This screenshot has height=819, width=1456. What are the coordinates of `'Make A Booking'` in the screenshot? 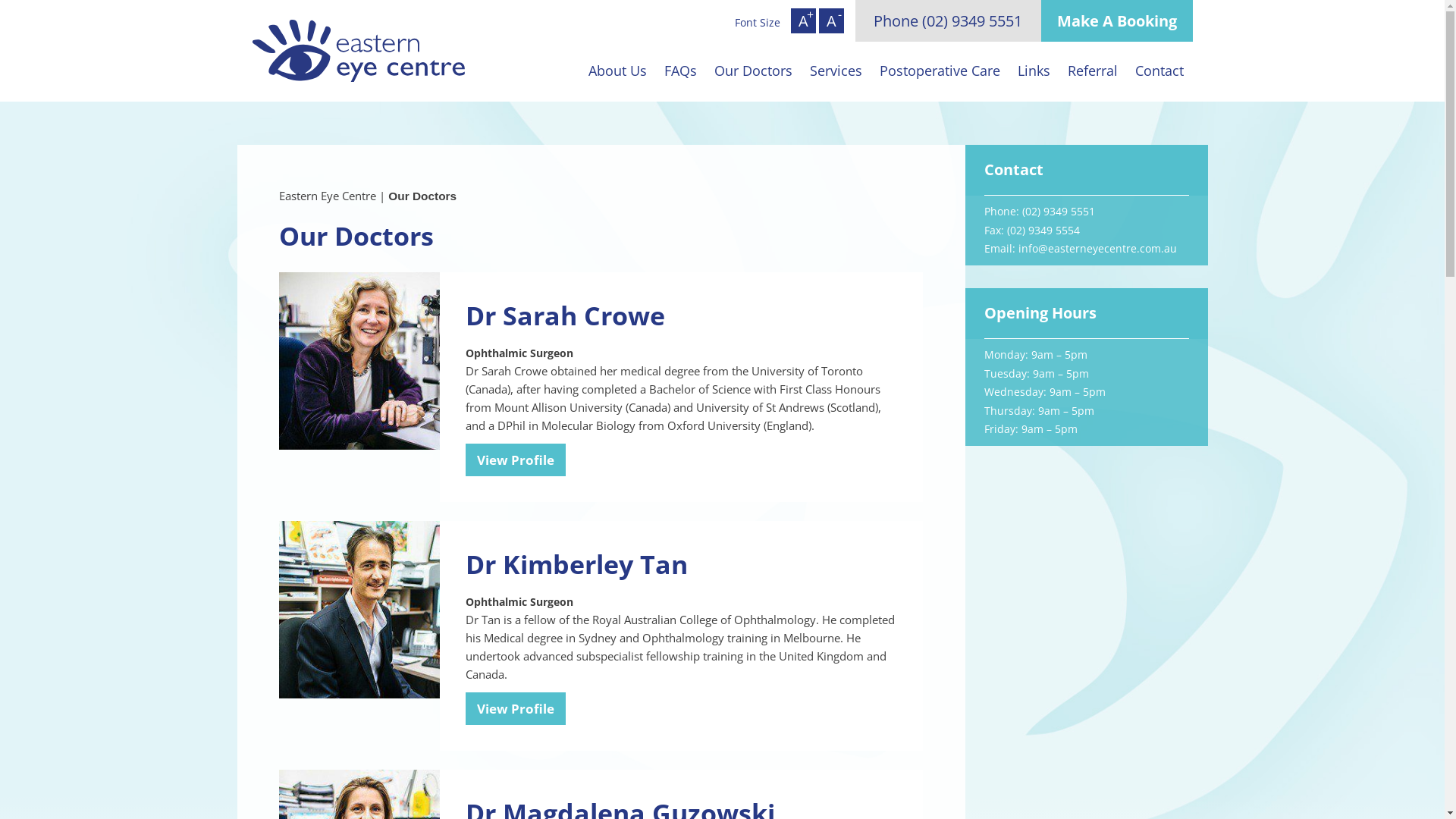 It's located at (1116, 20).